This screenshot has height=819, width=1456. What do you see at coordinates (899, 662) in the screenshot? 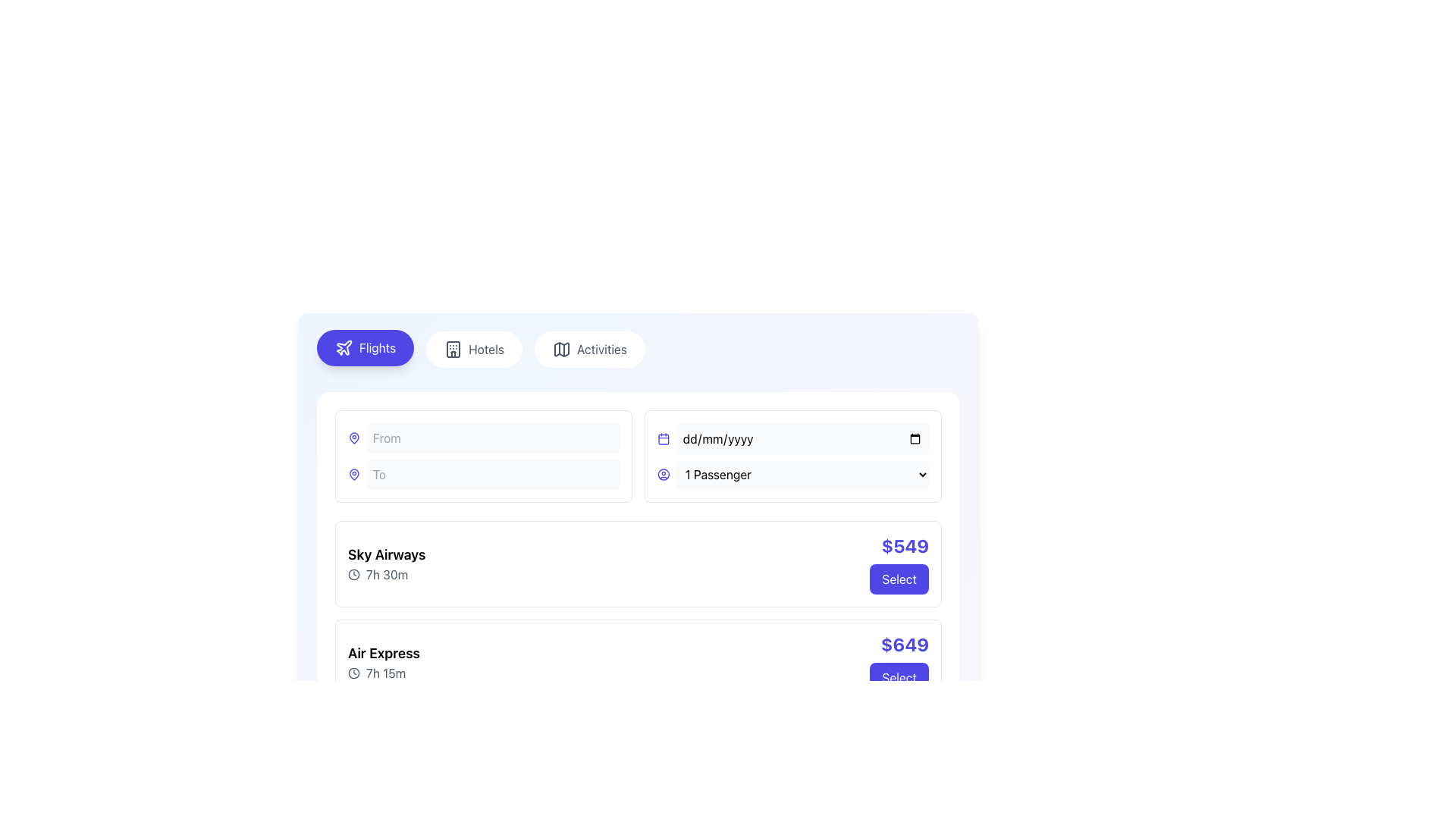
I see `the 'Select' button located at the bottom-right of the flight information box to choose the flight option priced at $649` at bounding box center [899, 662].